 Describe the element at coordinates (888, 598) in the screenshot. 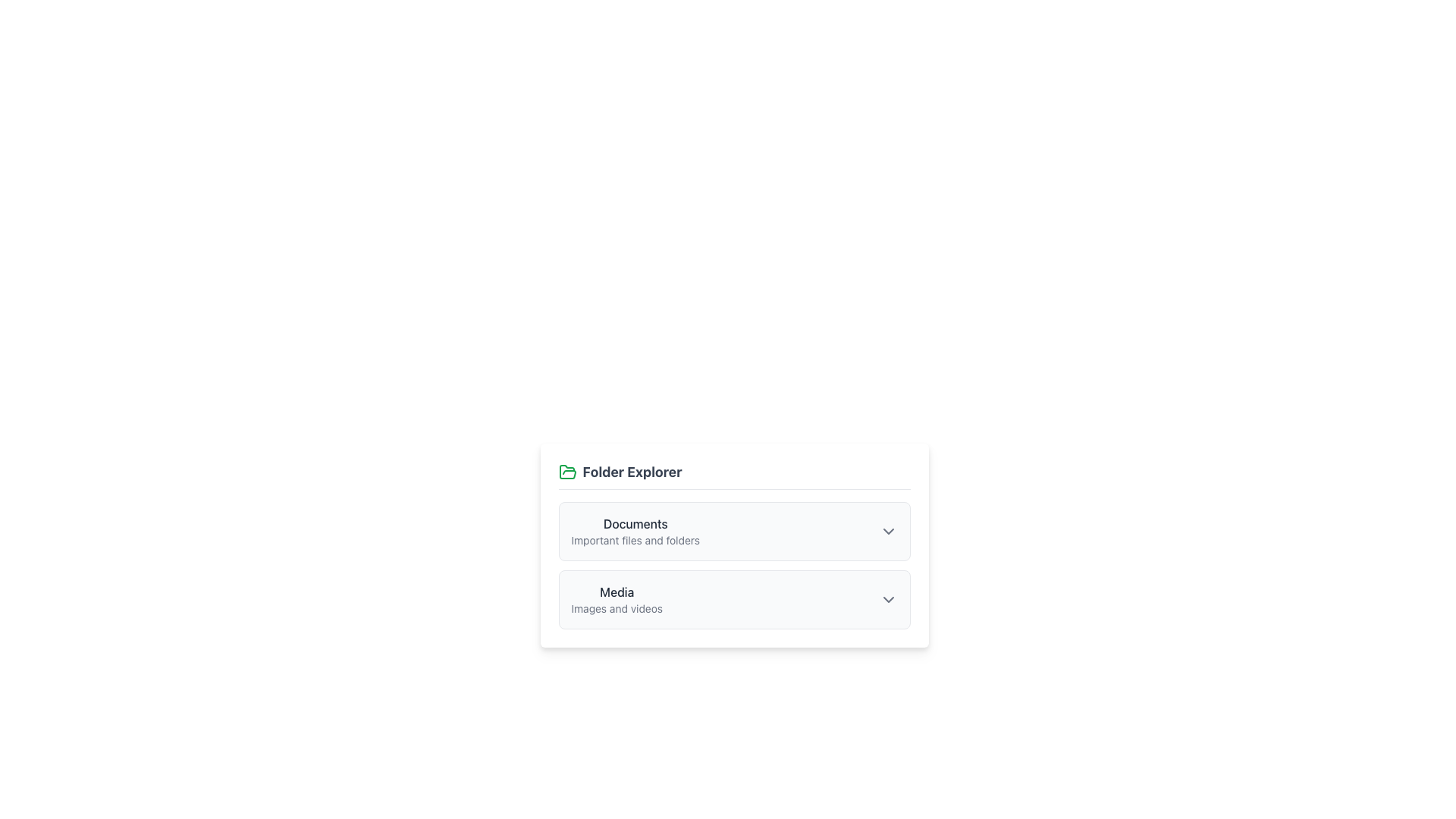

I see `the gray downward-pointing chevron icon located at the right edge of the 'Media' button` at that location.